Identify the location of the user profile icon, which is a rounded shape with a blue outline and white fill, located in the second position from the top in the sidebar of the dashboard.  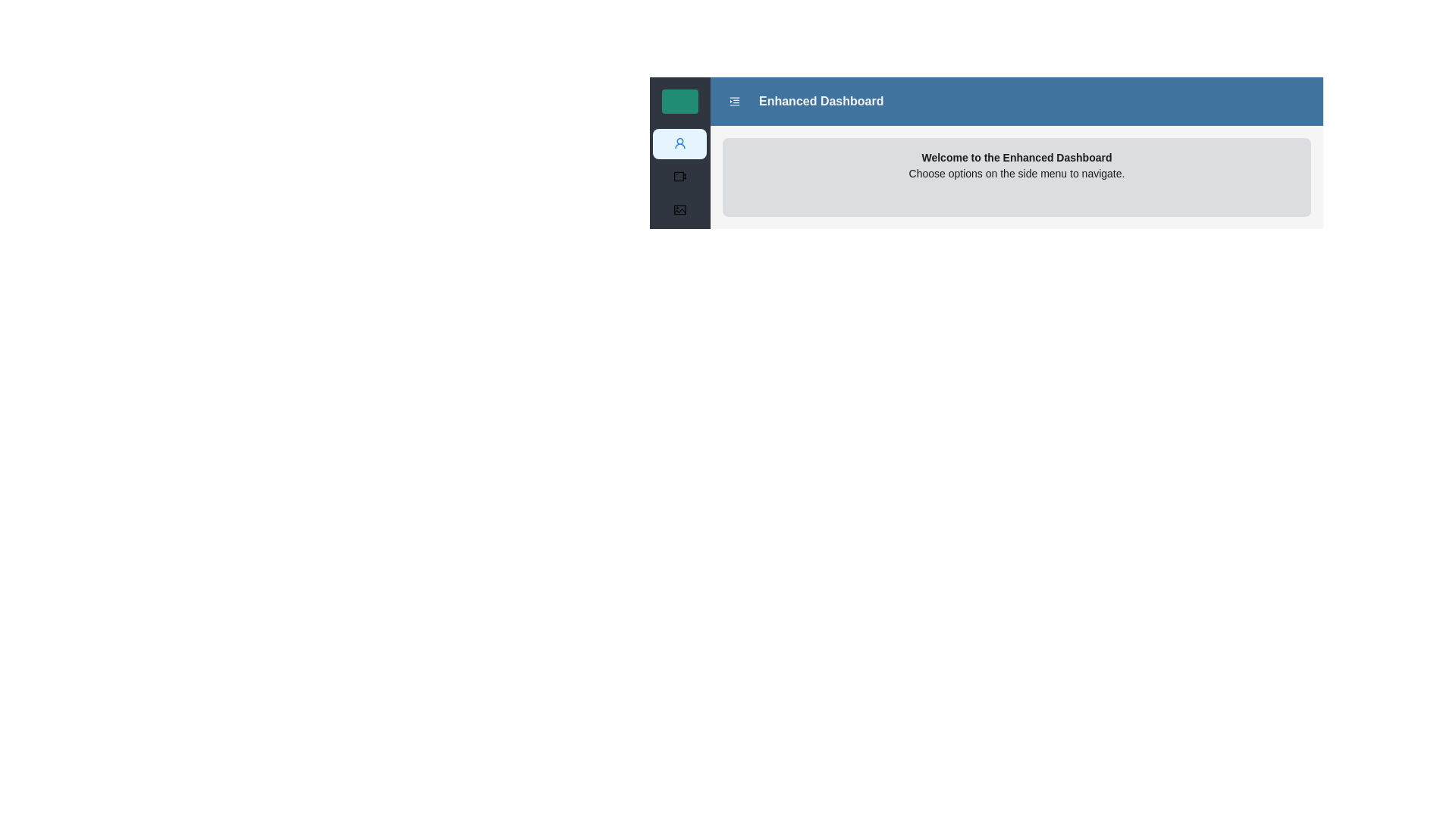
(679, 143).